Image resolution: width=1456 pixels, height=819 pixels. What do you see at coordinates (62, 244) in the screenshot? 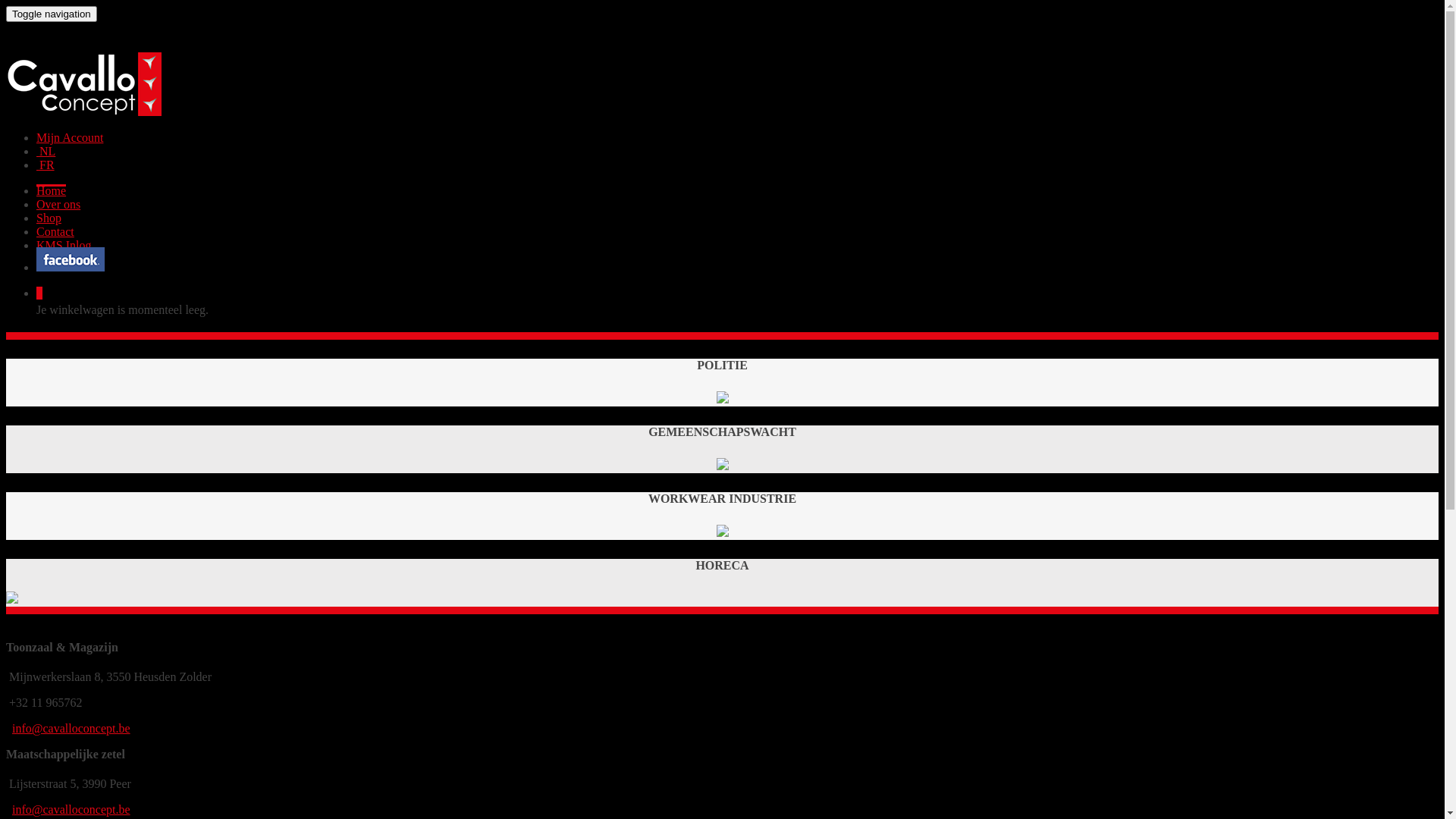
I see `'KMS Inlog'` at bounding box center [62, 244].